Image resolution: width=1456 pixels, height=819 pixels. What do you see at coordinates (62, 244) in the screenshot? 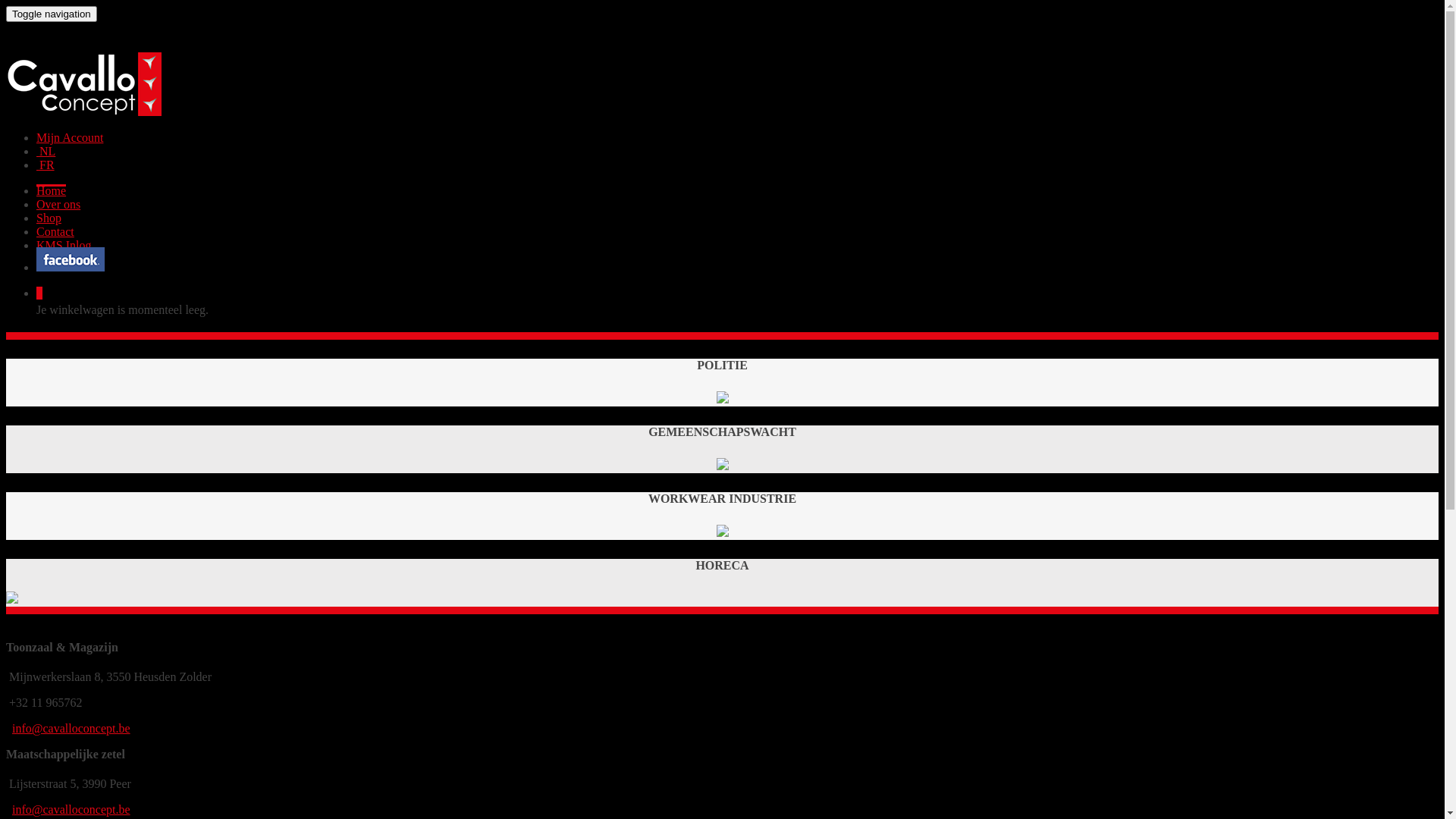
I see `'KMS Inlog'` at bounding box center [62, 244].